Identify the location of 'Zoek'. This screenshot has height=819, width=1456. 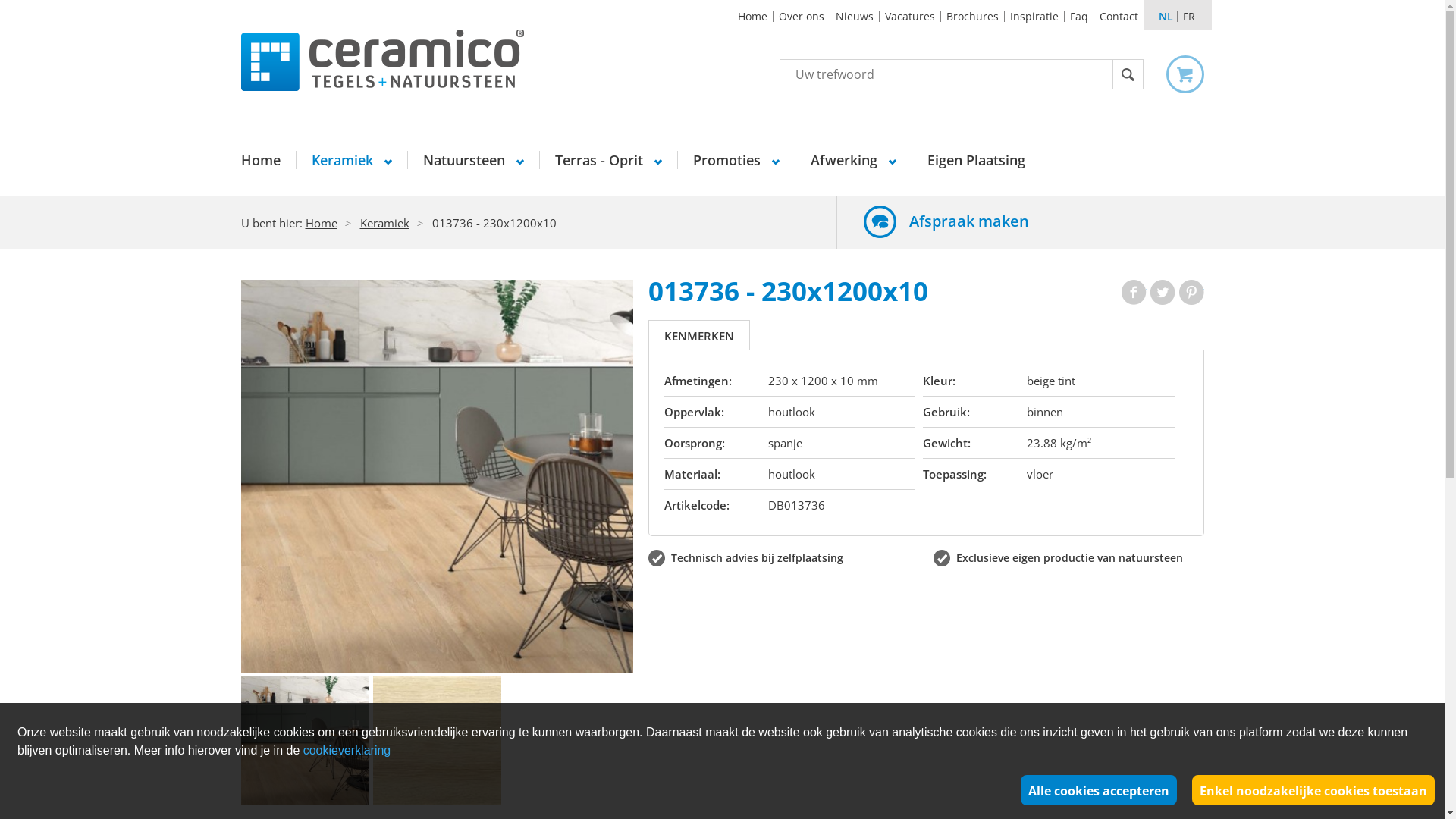
(1128, 74).